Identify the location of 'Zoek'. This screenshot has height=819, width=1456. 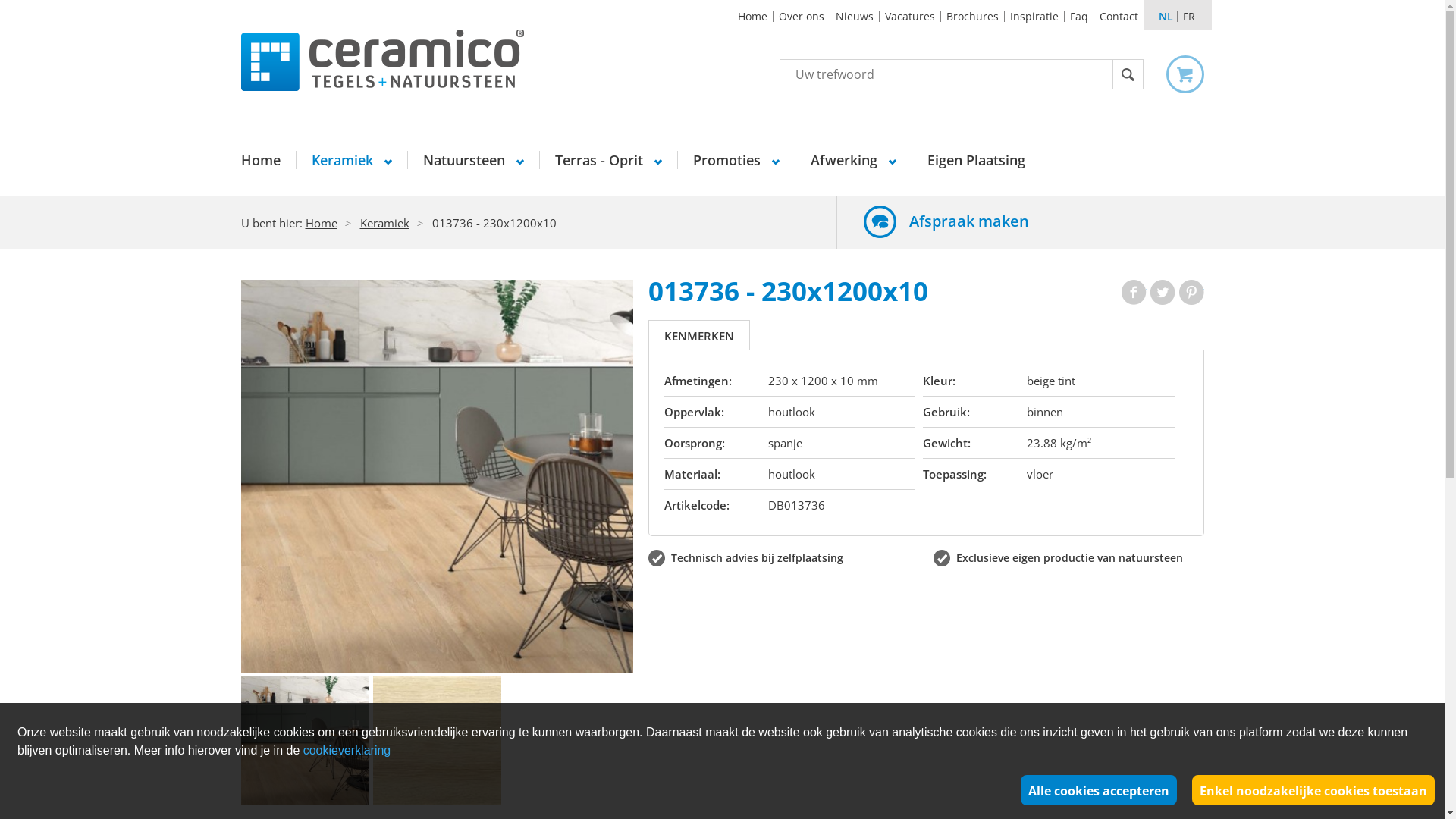
(1128, 74).